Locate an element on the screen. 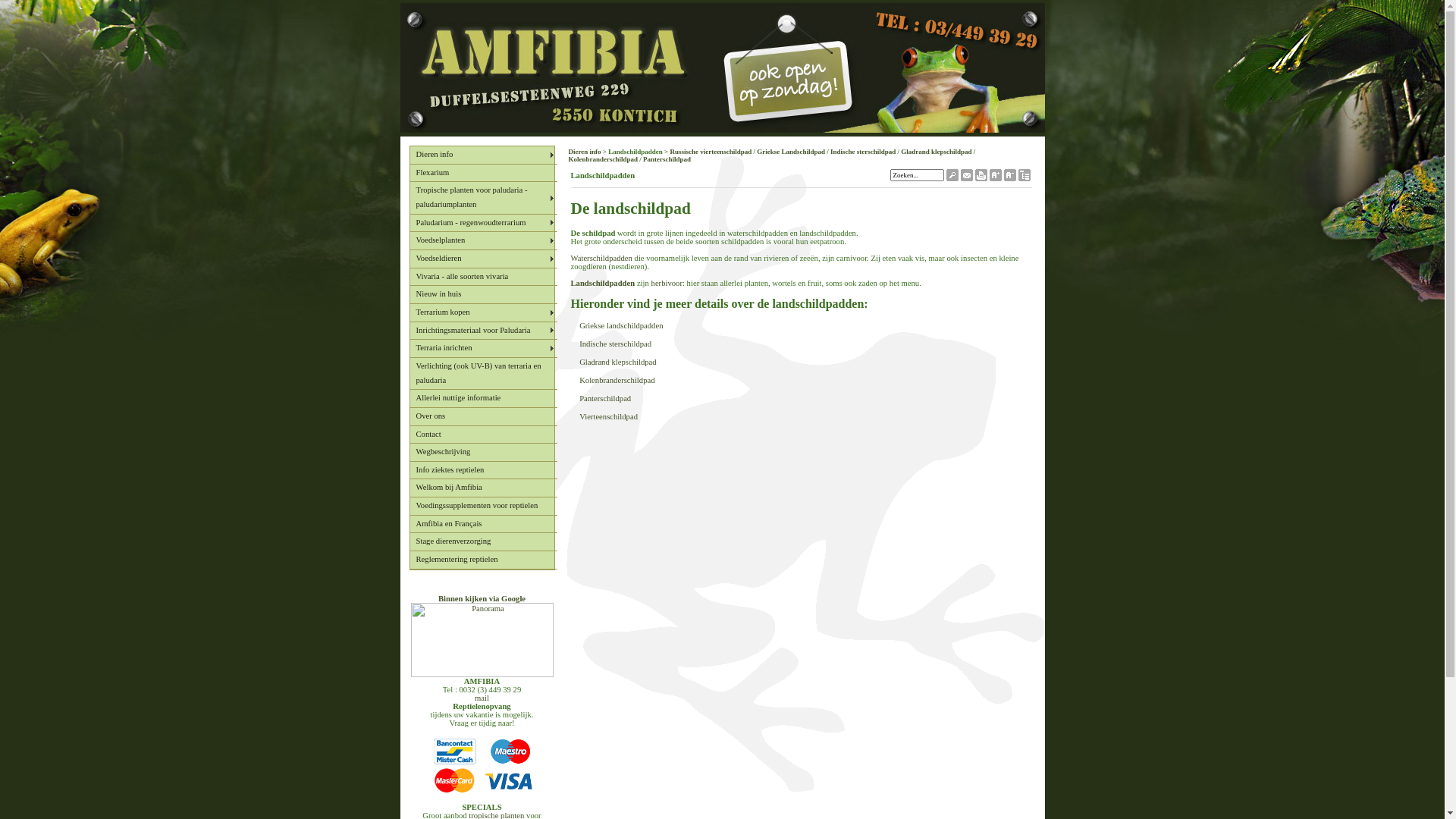 The image size is (1456, 819). 'Wegbeschrijving' is located at coordinates (482, 452).